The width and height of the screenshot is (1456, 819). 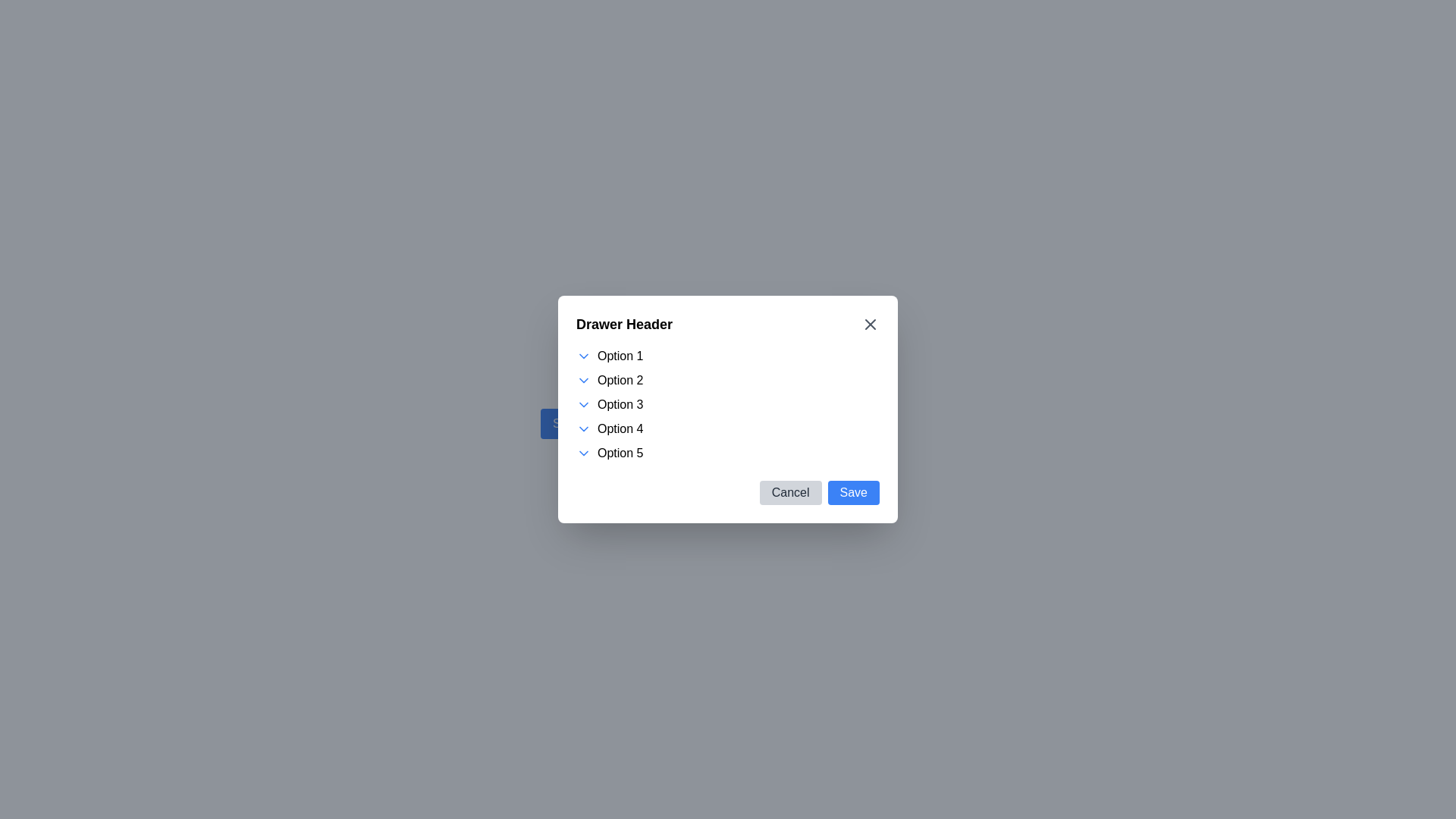 What do you see at coordinates (582, 379) in the screenshot?
I see `the Dropdown Indicator (Chevron Icon) located to the left of the 'Option 2' label` at bounding box center [582, 379].